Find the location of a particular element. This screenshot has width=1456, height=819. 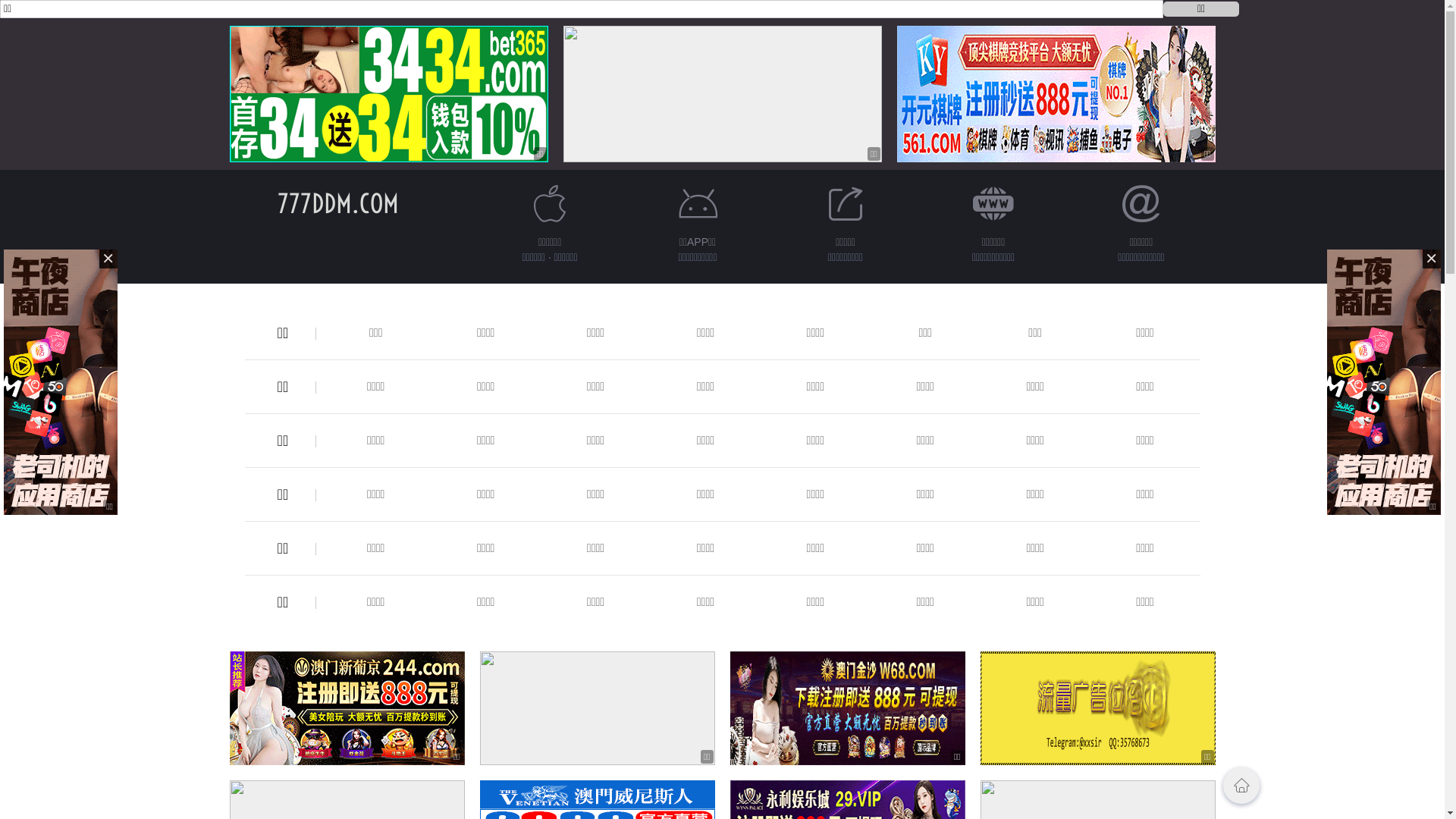

'777DDM.COM' is located at coordinates (337, 202).